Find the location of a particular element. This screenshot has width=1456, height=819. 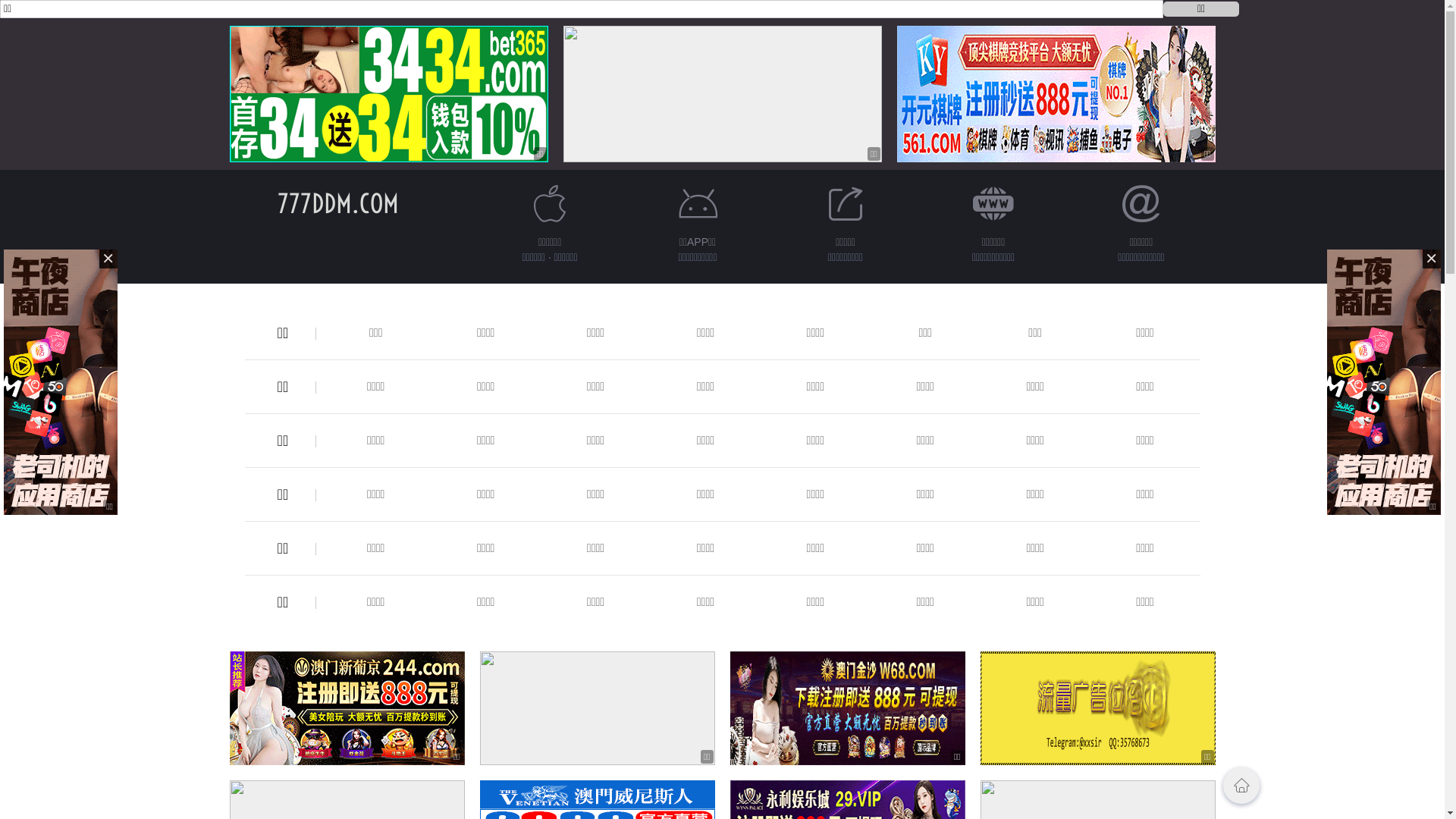

'777DDM.COM' is located at coordinates (337, 202).